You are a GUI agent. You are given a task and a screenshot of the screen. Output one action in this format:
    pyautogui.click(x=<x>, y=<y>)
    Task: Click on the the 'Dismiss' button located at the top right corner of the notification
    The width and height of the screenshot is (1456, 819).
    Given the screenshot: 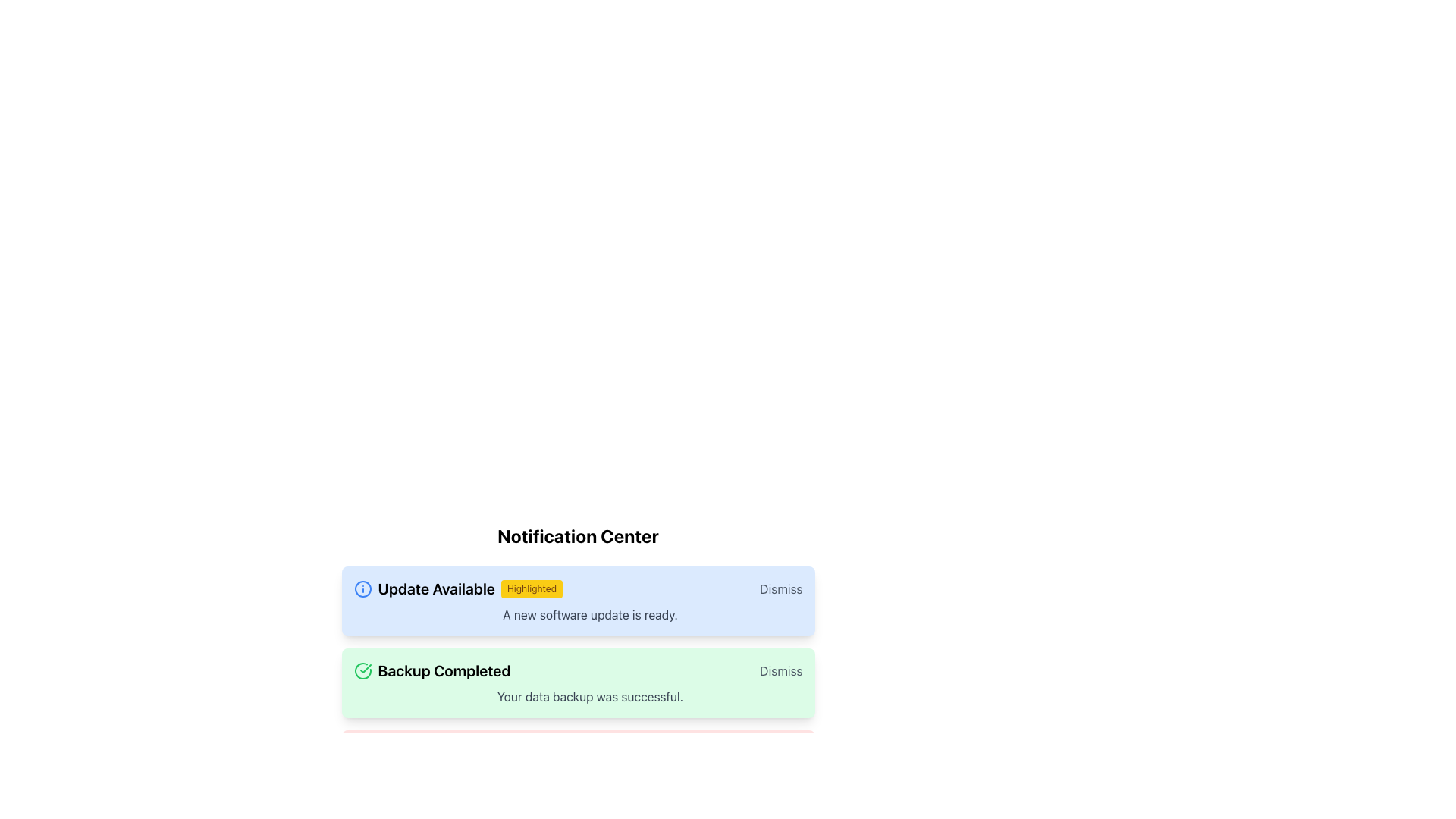 What is the action you would take?
    pyautogui.click(x=781, y=670)
    